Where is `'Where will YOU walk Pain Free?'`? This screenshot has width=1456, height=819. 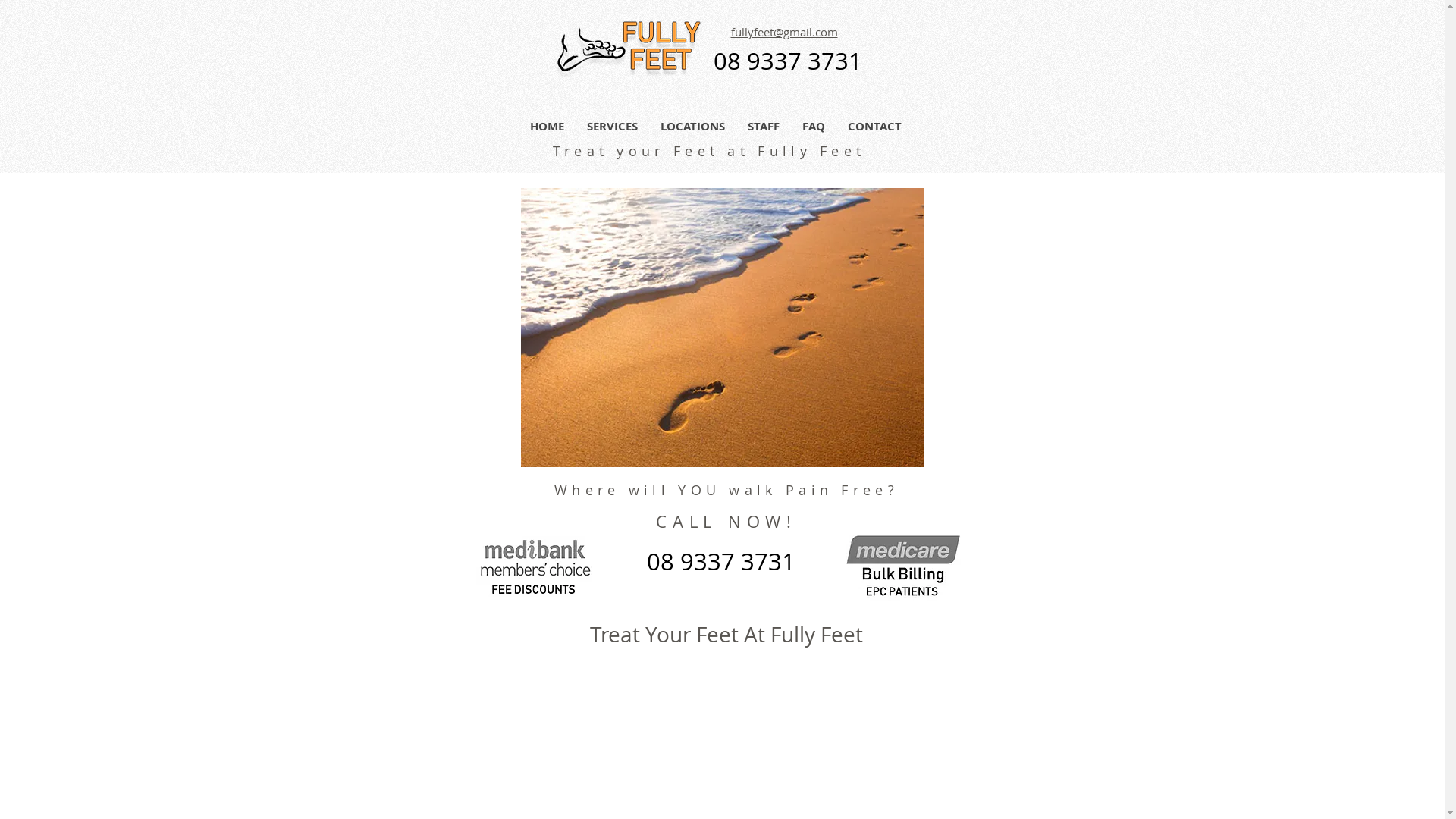
'Where will YOU walk Pain Free?' is located at coordinates (726, 489).